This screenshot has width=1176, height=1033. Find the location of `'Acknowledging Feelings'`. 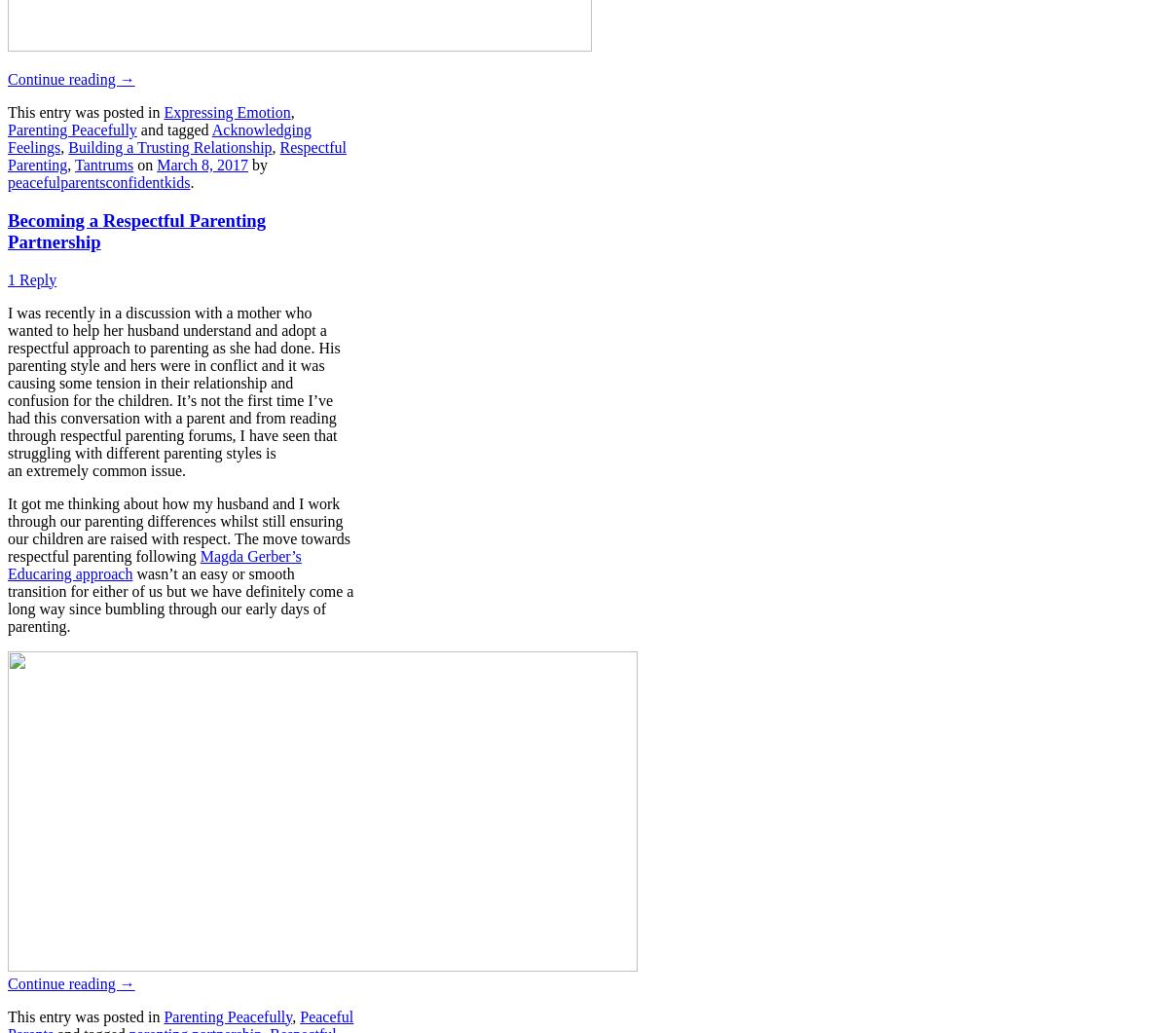

'Acknowledging Feelings' is located at coordinates (159, 138).